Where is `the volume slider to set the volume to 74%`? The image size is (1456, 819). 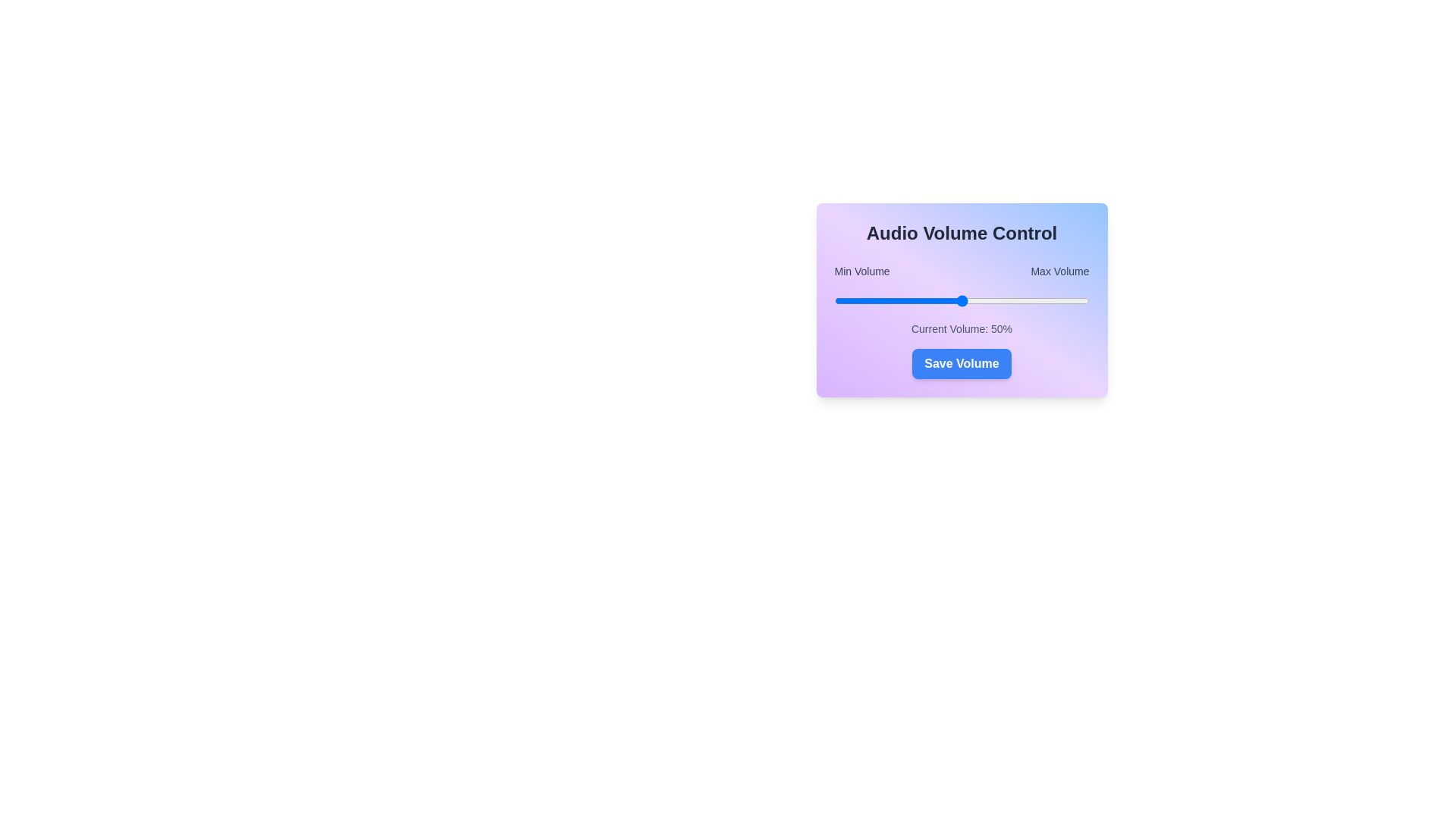
the volume slider to set the volume to 74% is located at coordinates (1023, 301).